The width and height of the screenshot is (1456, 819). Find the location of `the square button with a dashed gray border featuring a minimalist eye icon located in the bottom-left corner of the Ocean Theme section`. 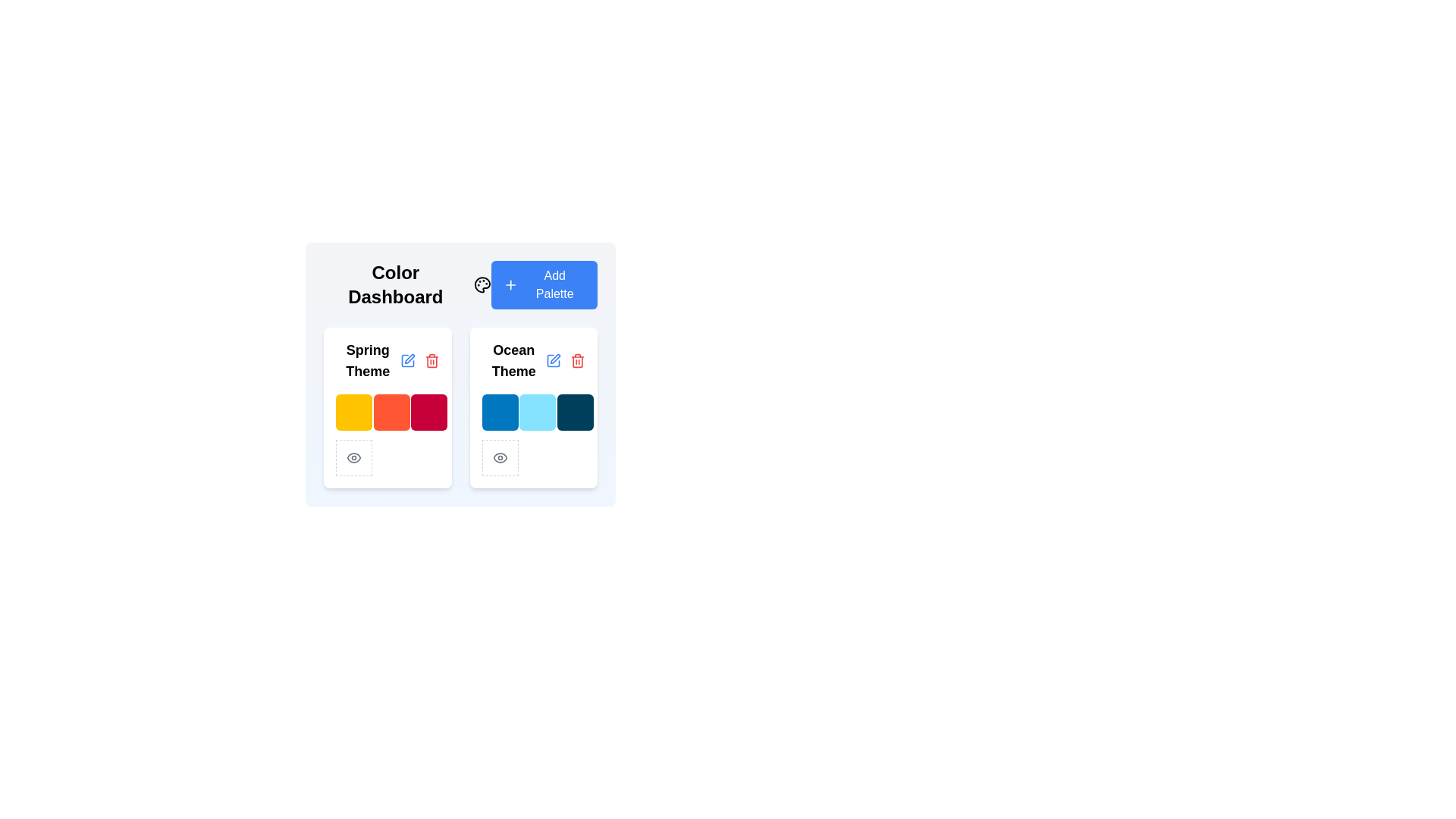

the square button with a dashed gray border featuring a minimalist eye icon located in the bottom-left corner of the Ocean Theme section is located at coordinates (500, 457).